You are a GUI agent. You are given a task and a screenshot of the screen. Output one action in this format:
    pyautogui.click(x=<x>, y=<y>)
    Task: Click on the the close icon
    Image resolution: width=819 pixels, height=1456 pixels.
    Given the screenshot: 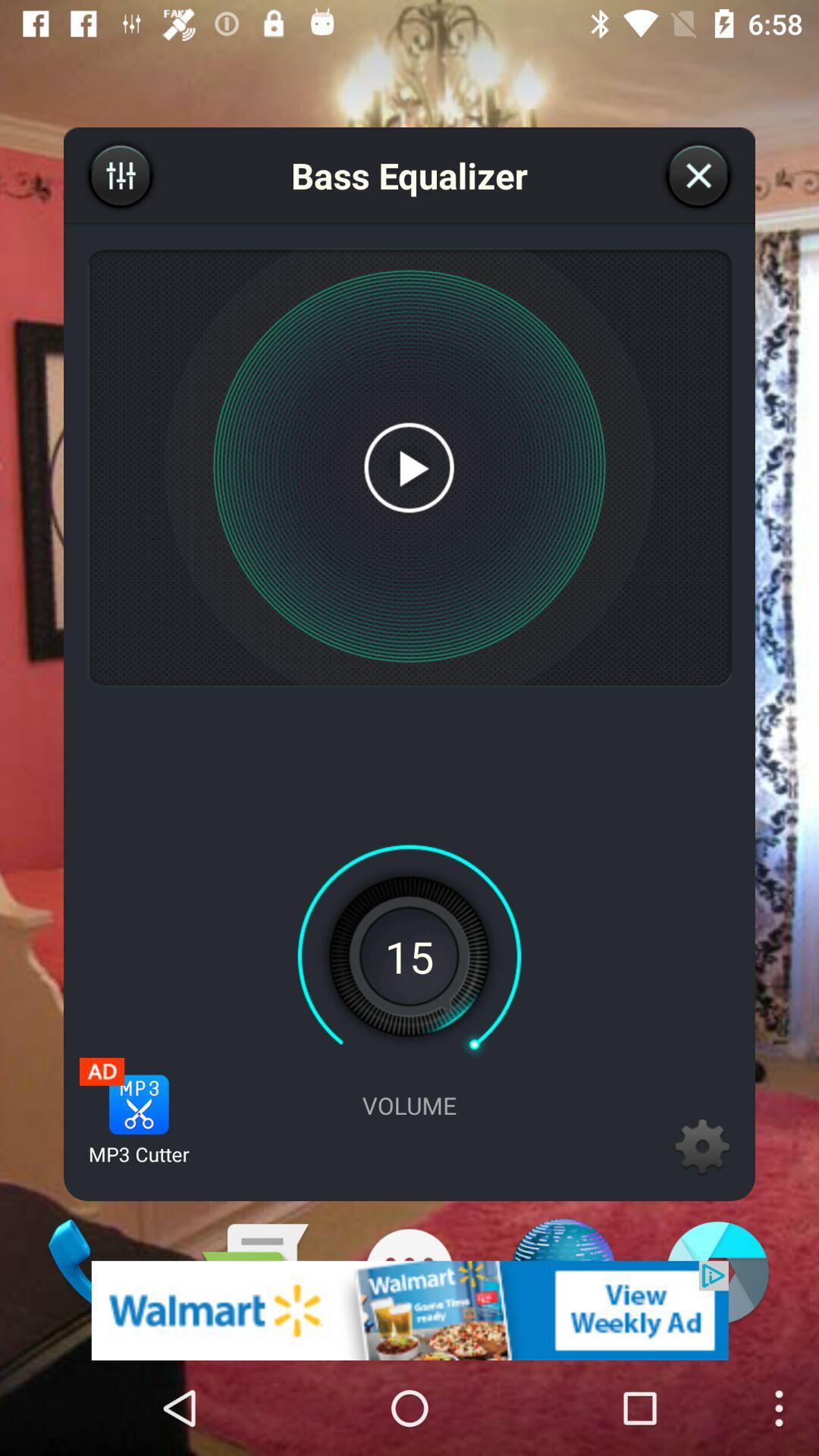 What is the action you would take?
    pyautogui.click(x=698, y=175)
    